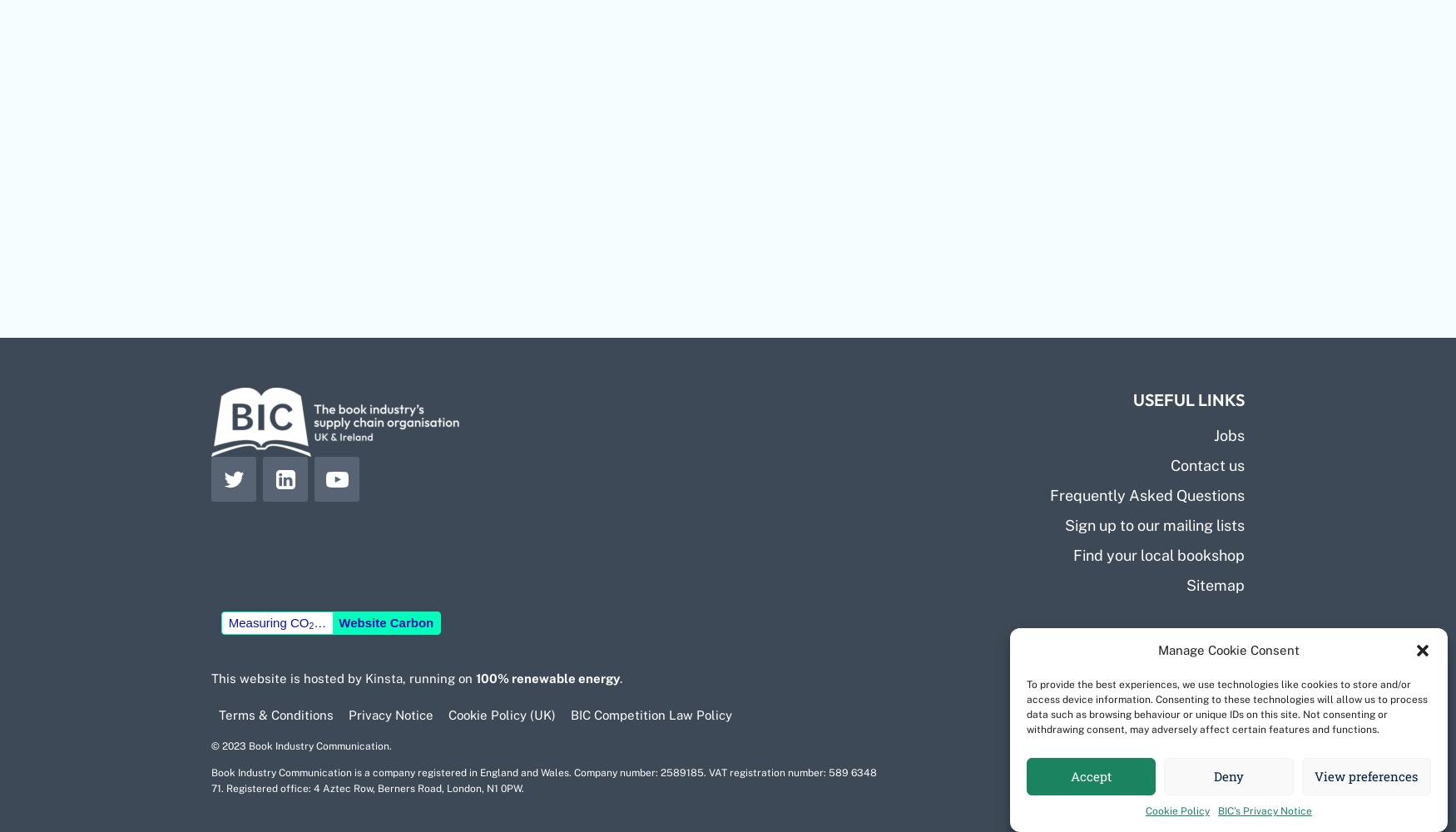 This screenshot has height=832, width=1456. What do you see at coordinates (438, 677) in the screenshot?
I see `', running on'` at bounding box center [438, 677].